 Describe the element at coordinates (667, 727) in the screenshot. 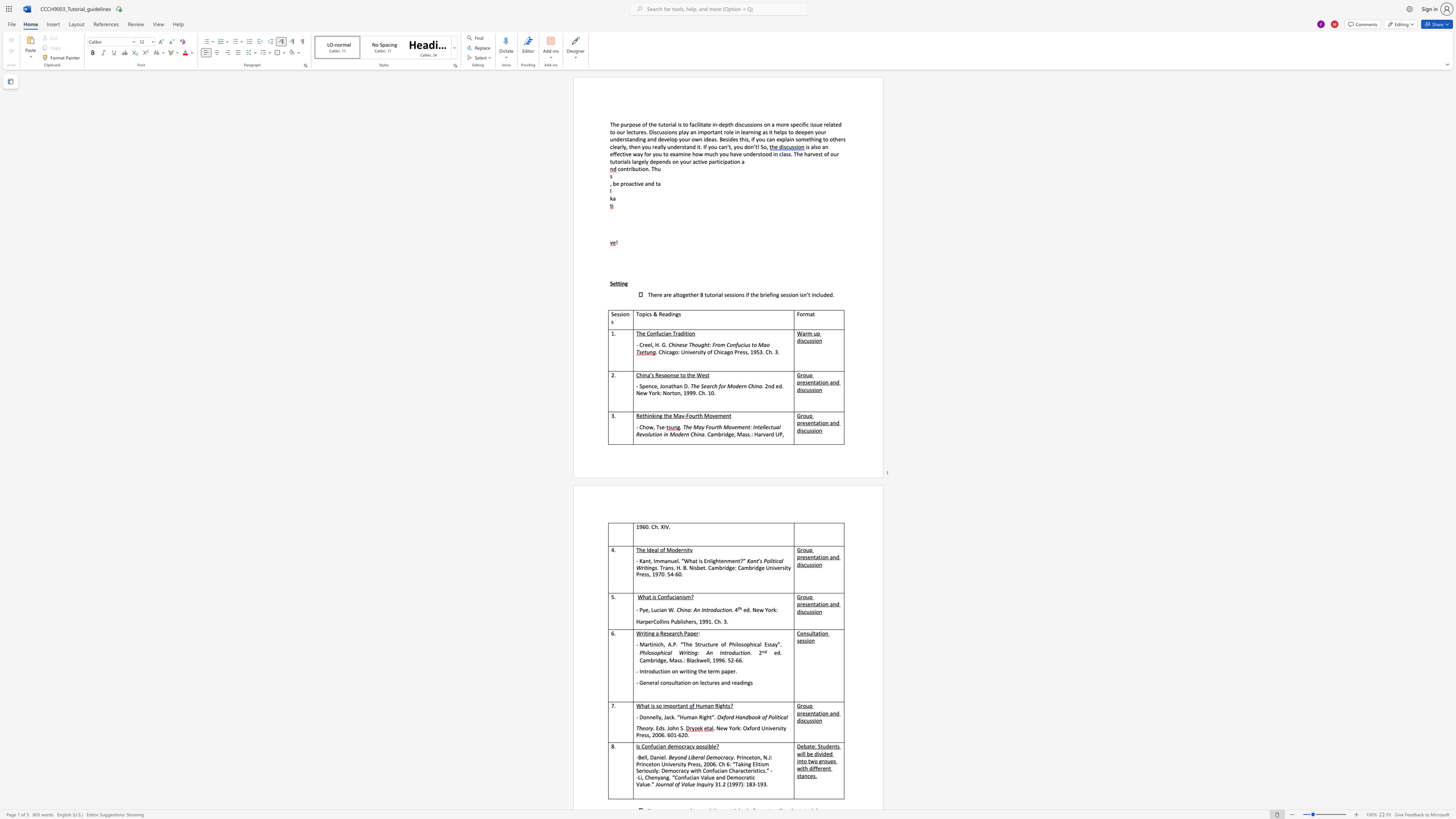

I see `the subset text "John S" within the text ". Eds. John S."` at that location.